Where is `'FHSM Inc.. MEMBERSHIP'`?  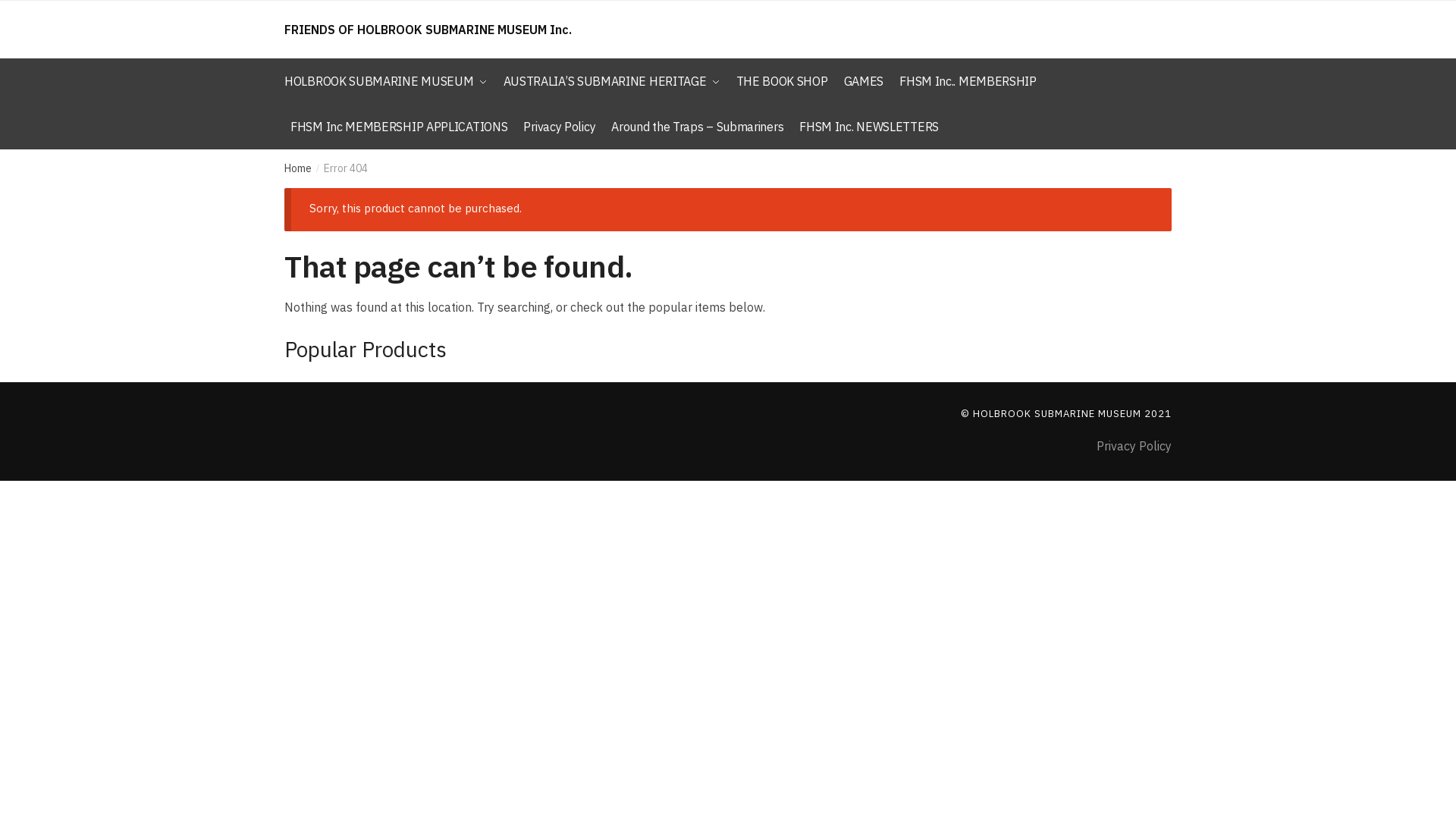 'FHSM Inc.. MEMBERSHIP' is located at coordinates (967, 81).